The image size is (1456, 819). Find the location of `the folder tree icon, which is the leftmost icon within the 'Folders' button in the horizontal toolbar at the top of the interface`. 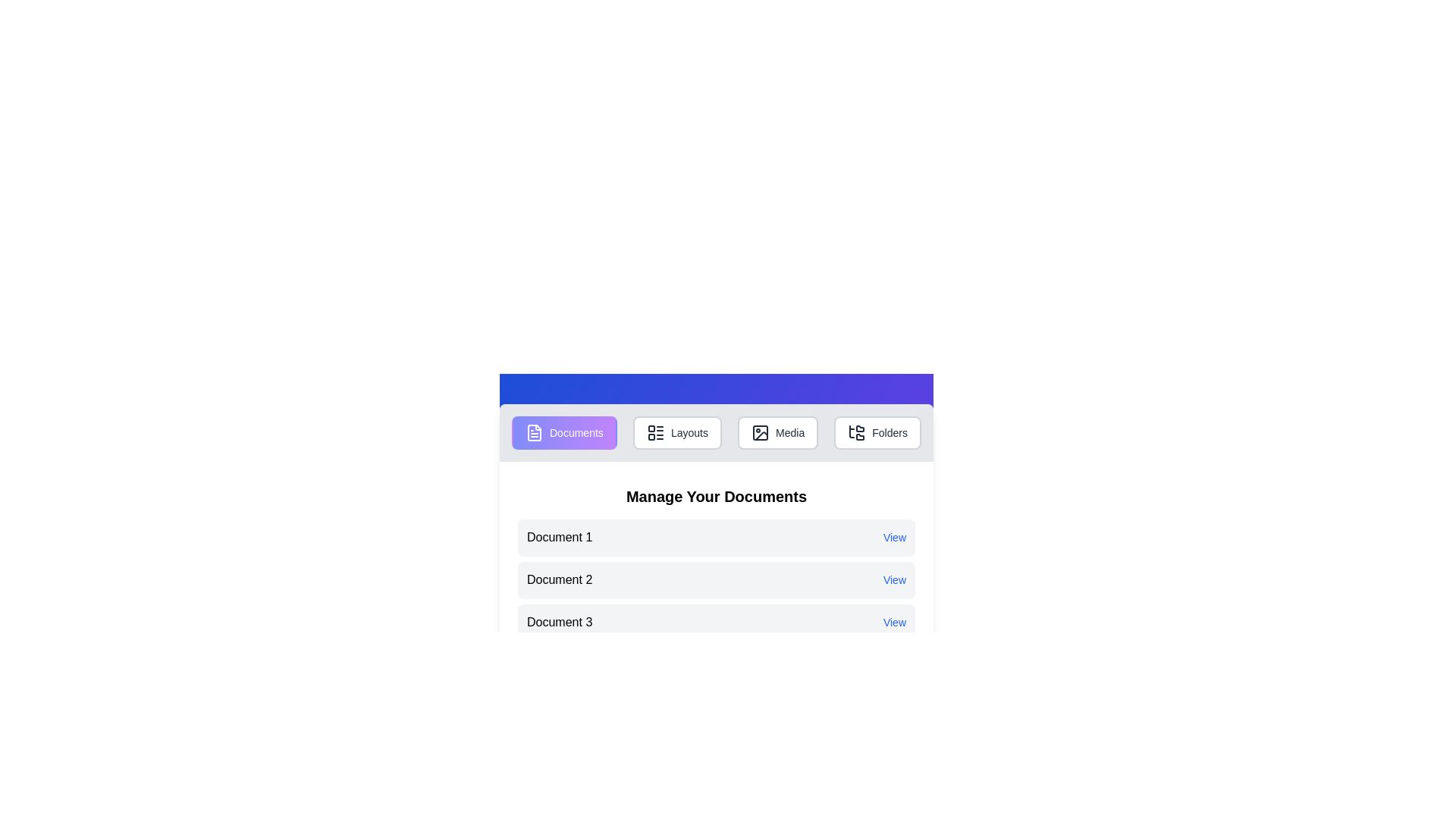

the folder tree icon, which is the leftmost icon within the 'Folders' button in the horizontal toolbar at the top of the interface is located at coordinates (857, 432).